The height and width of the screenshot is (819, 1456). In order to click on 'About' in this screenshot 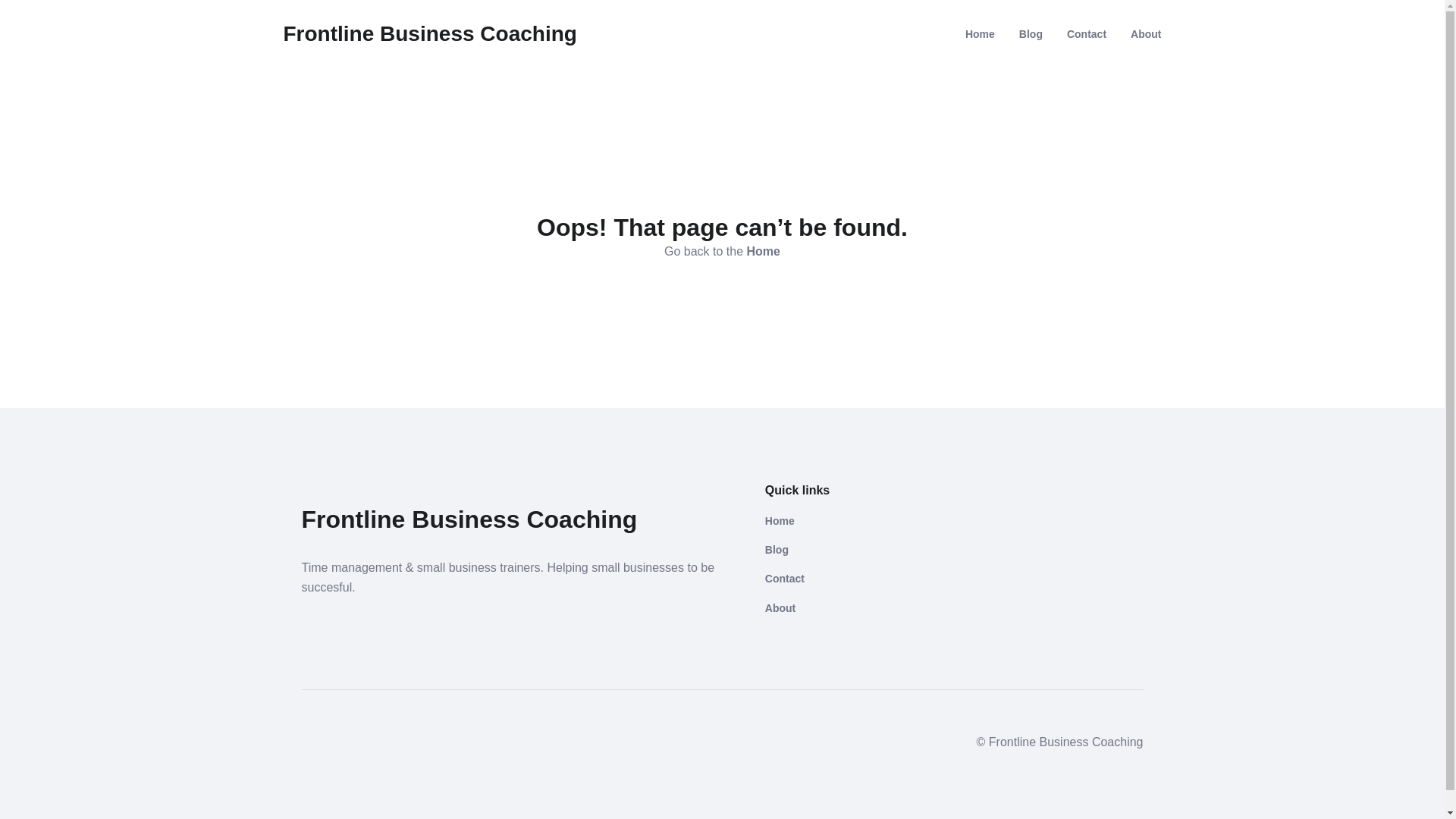, I will do `click(1131, 34)`.